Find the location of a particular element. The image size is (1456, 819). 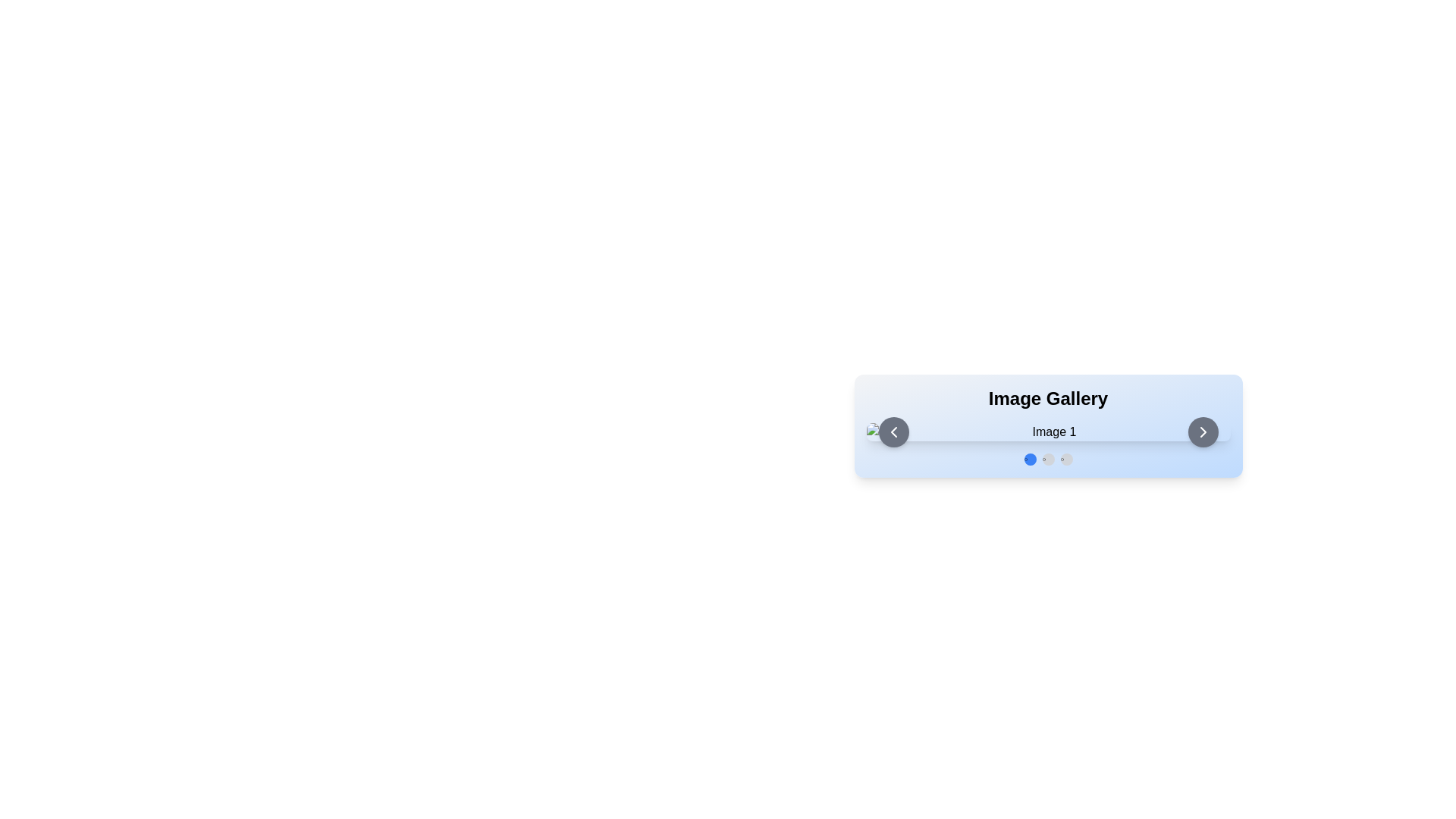

the navigation chevron icon located on the right side of the 'Image Gallery' component is located at coordinates (1202, 432).